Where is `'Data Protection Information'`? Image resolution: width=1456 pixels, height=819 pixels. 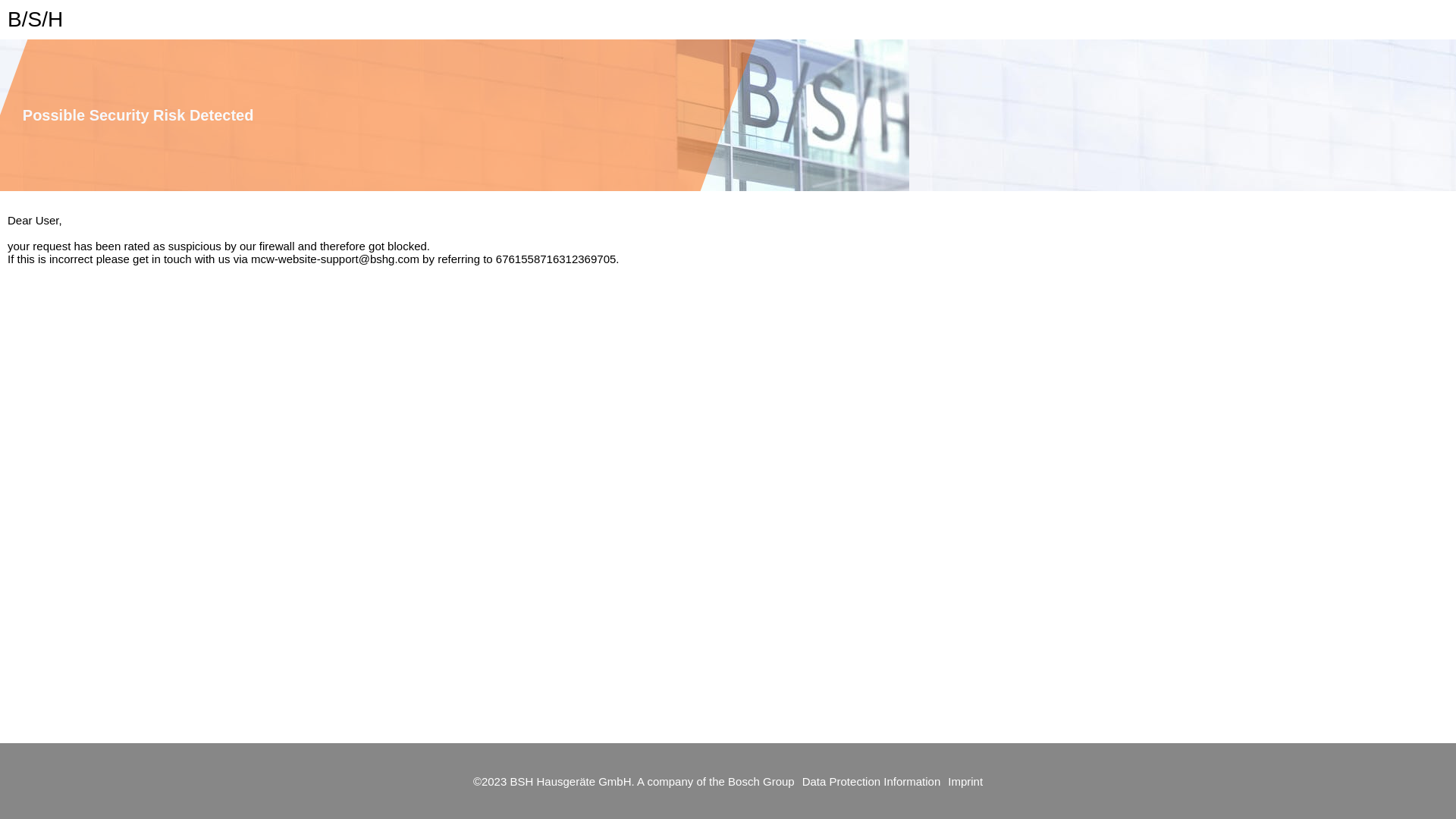 'Data Protection Information' is located at coordinates (793, 781).